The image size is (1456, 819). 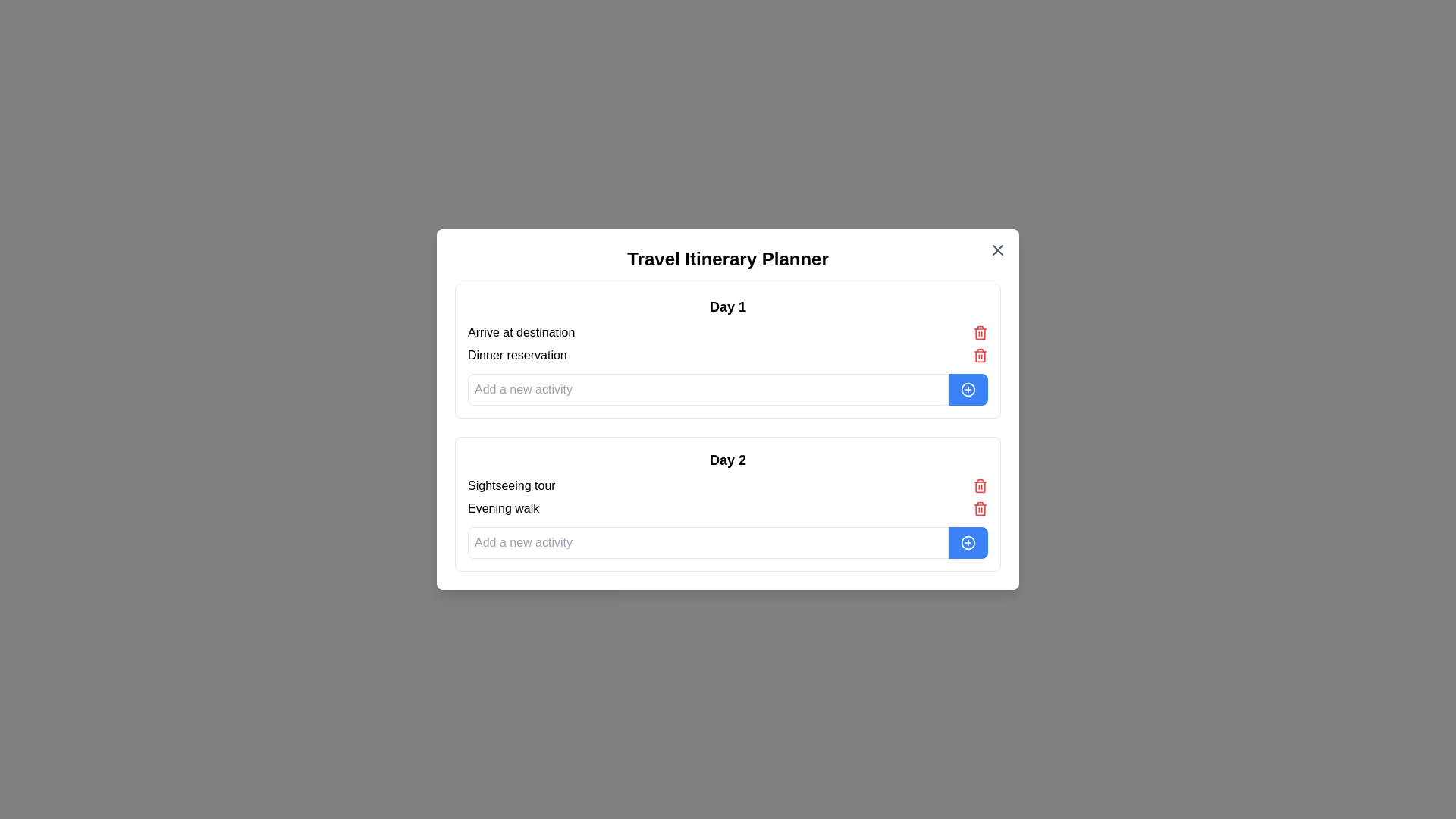 What do you see at coordinates (967, 542) in the screenshot?
I see `the decorative SVG circle located centrally within the blue button for adding a new activity in the 'Day 2' section of the 'Travel Itinerary Planner' interface` at bounding box center [967, 542].